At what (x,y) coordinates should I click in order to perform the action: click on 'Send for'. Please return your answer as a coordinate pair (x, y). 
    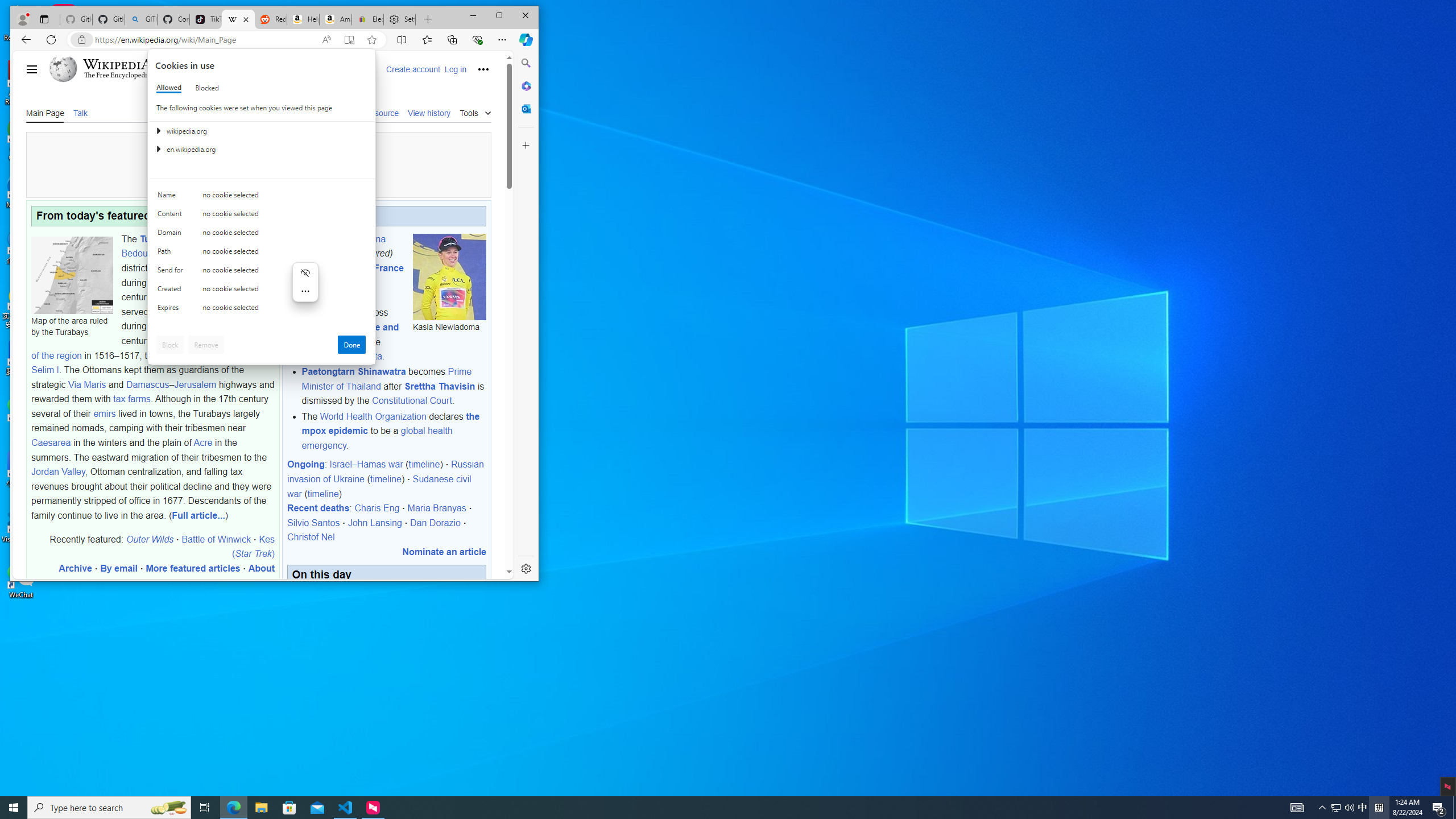
    Looking at the image, I should click on (172, 272).